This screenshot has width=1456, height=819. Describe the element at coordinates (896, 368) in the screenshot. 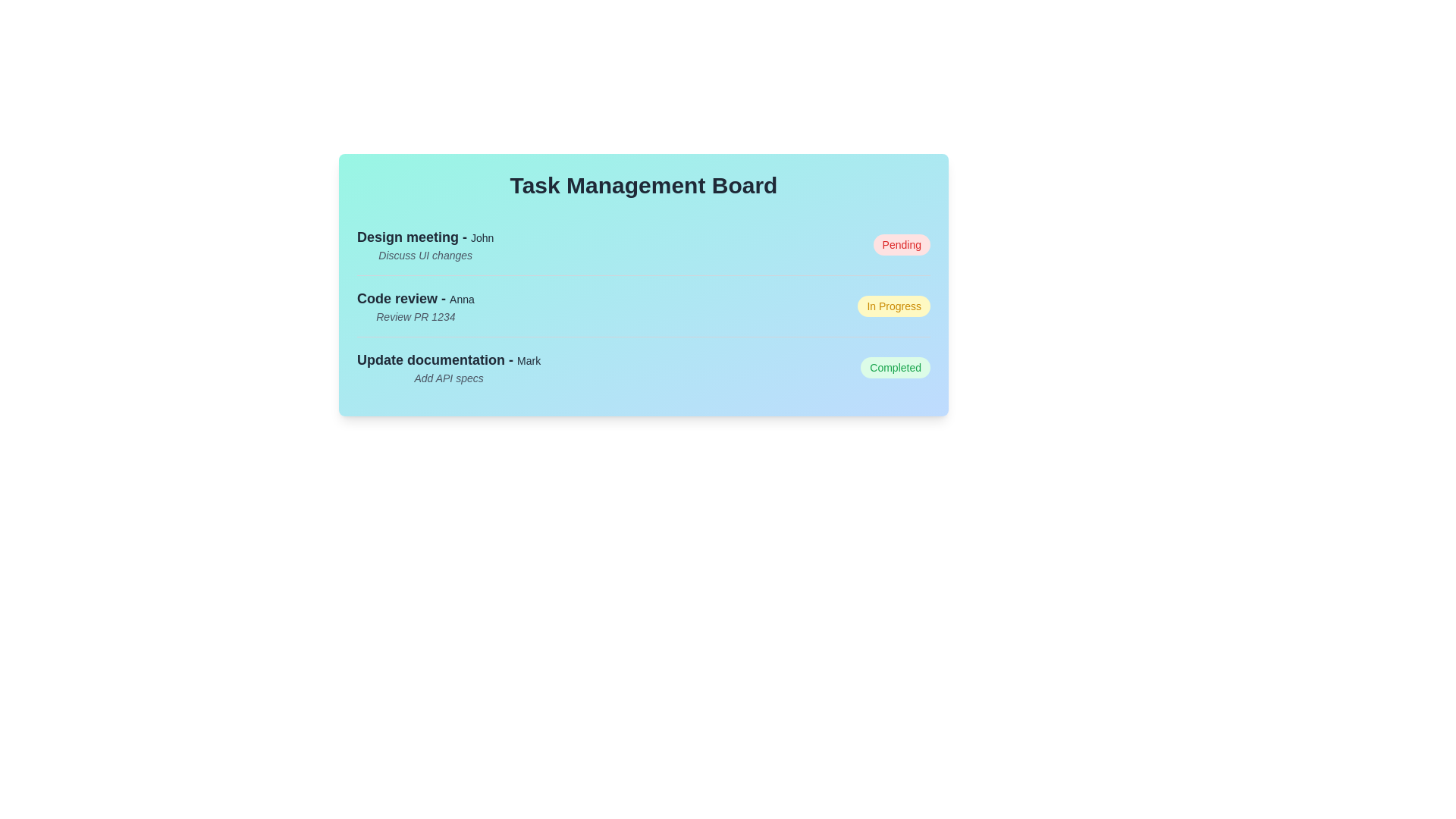

I see `the task status indicator for Update documentation to toggle its state` at that location.